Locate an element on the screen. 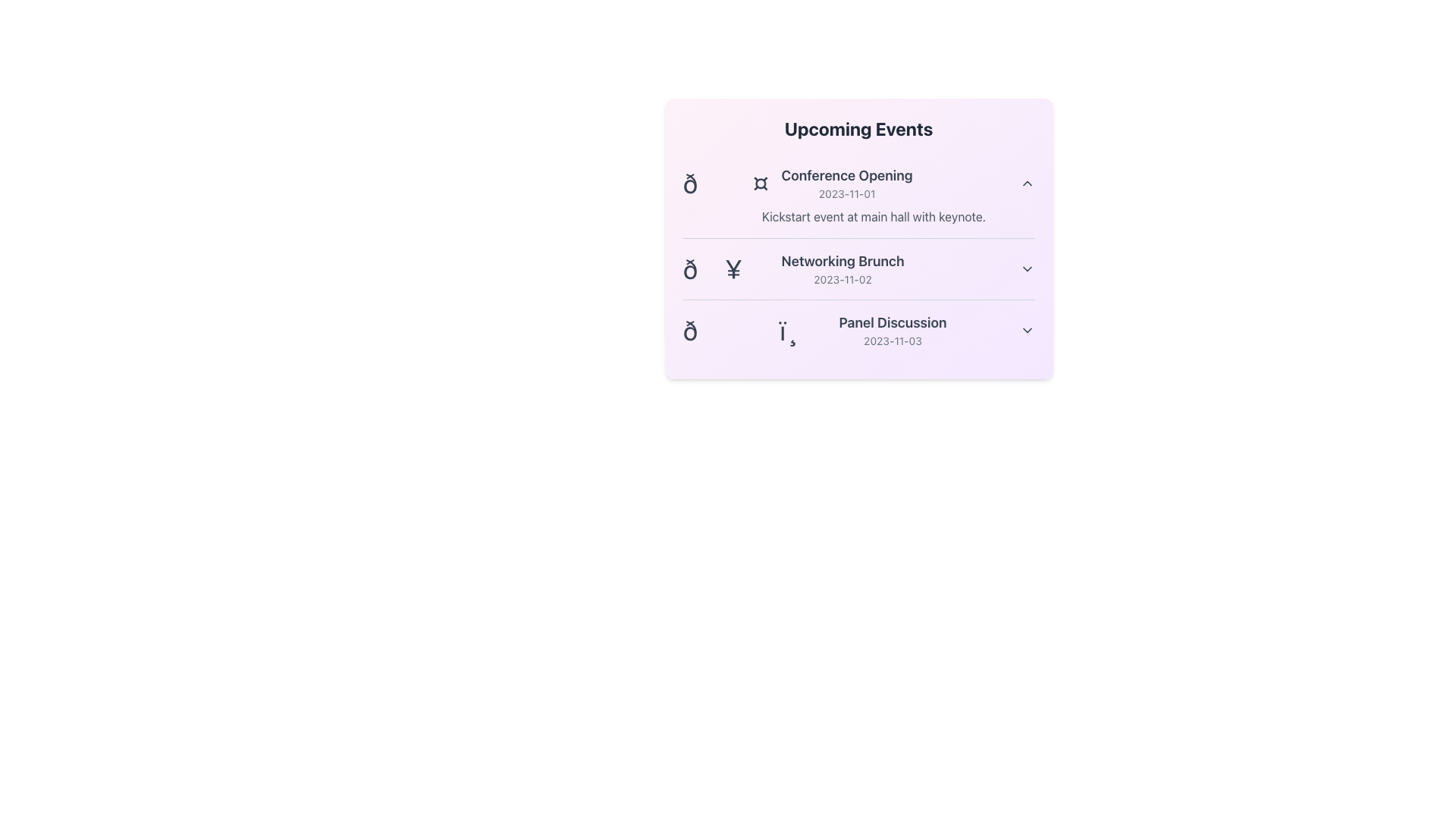 The image size is (1456, 819). the last item is located at coordinates (858, 329).